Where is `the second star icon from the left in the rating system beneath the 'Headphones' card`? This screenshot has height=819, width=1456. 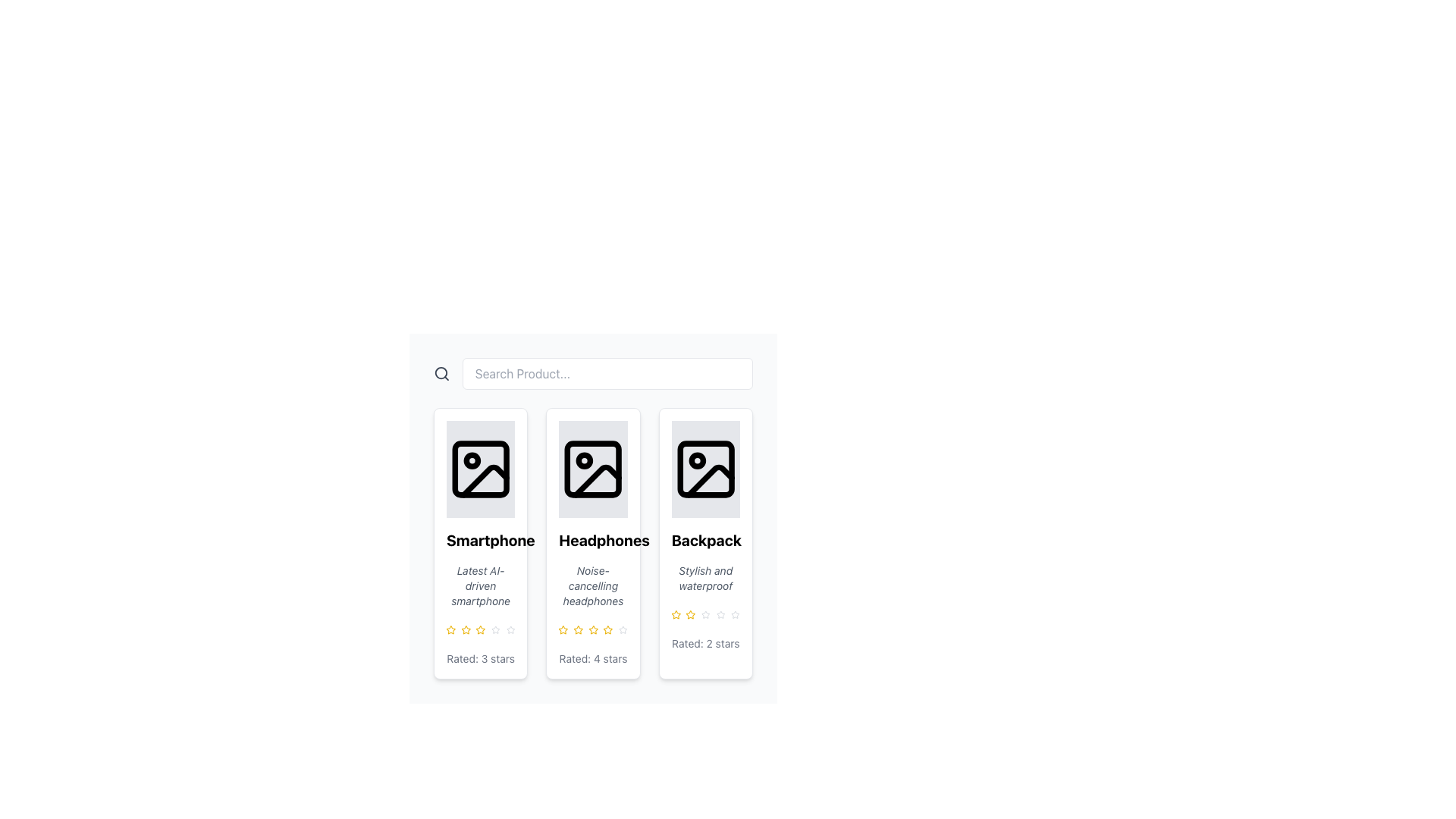 the second star icon from the left in the rating system beneath the 'Headphones' card is located at coordinates (563, 629).